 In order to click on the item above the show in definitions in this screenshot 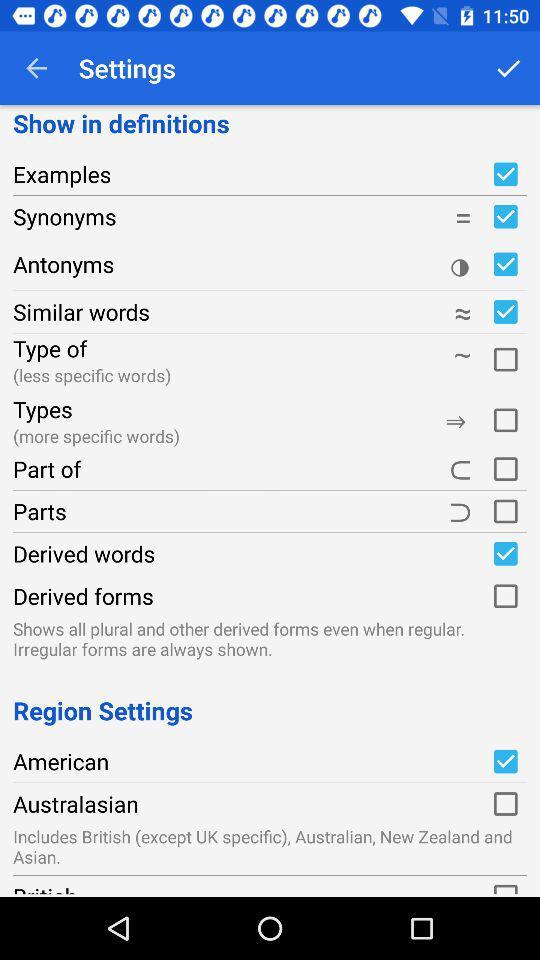, I will do `click(36, 68)`.